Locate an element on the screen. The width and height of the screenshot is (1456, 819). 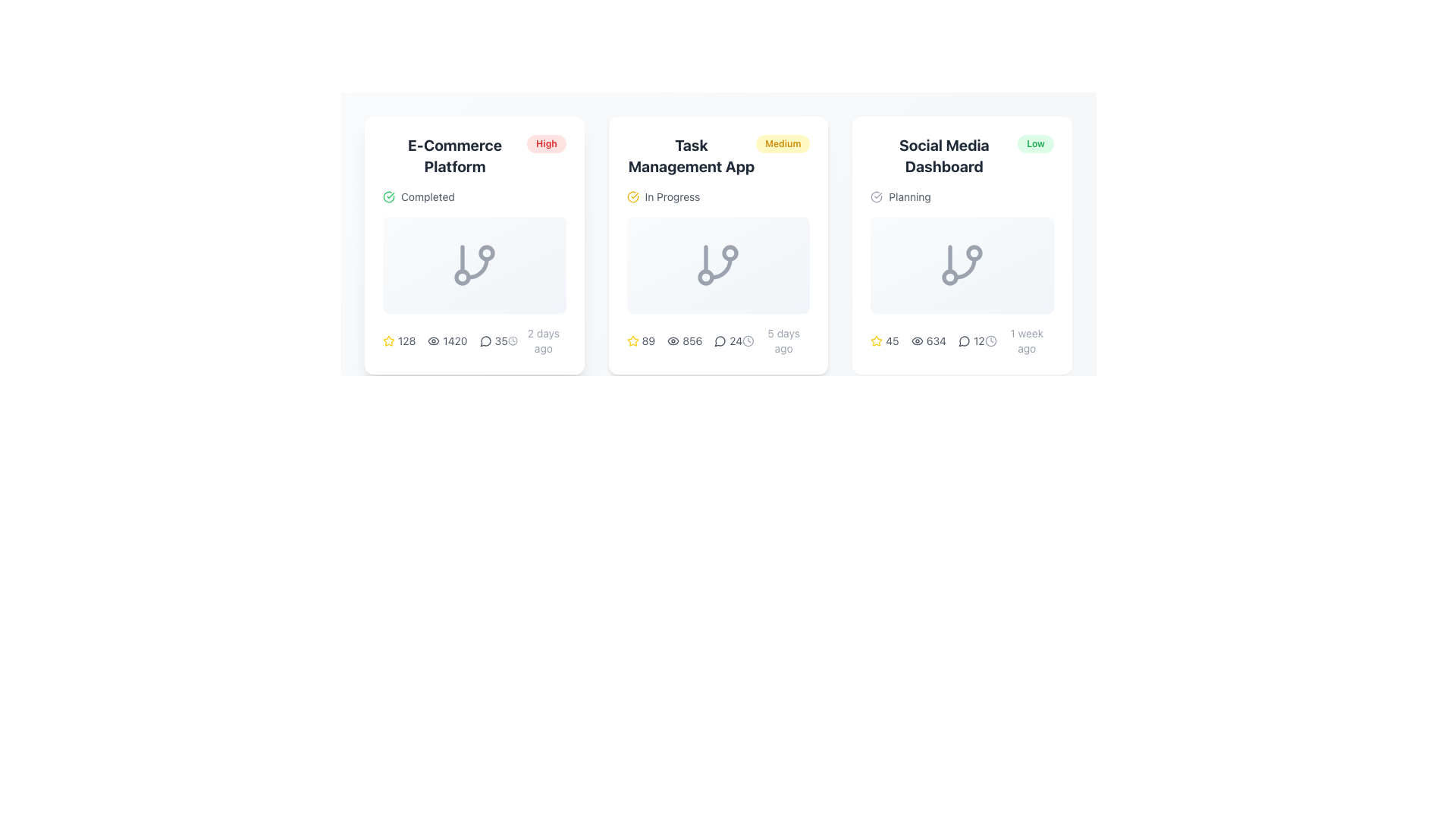
the branching SVG icon that signifies the project's versioning or collaboration status, located centrally within the 'E-Commerce Platform' card is located at coordinates (473, 265).